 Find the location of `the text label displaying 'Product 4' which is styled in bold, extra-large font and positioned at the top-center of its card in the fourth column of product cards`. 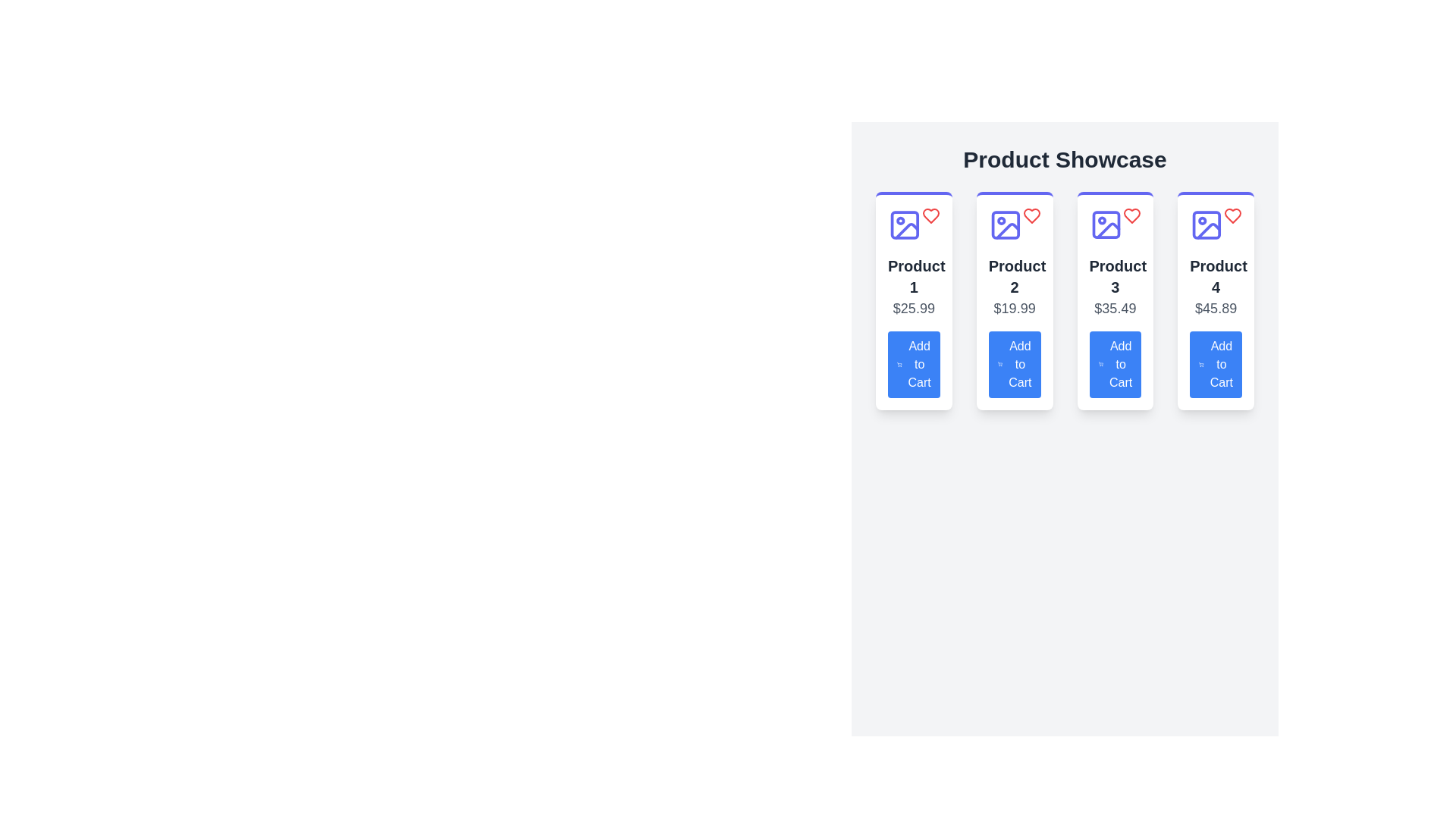

the text label displaying 'Product 4' which is styled in bold, extra-large font and positioned at the top-center of its card in the fourth column of product cards is located at coordinates (1216, 277).